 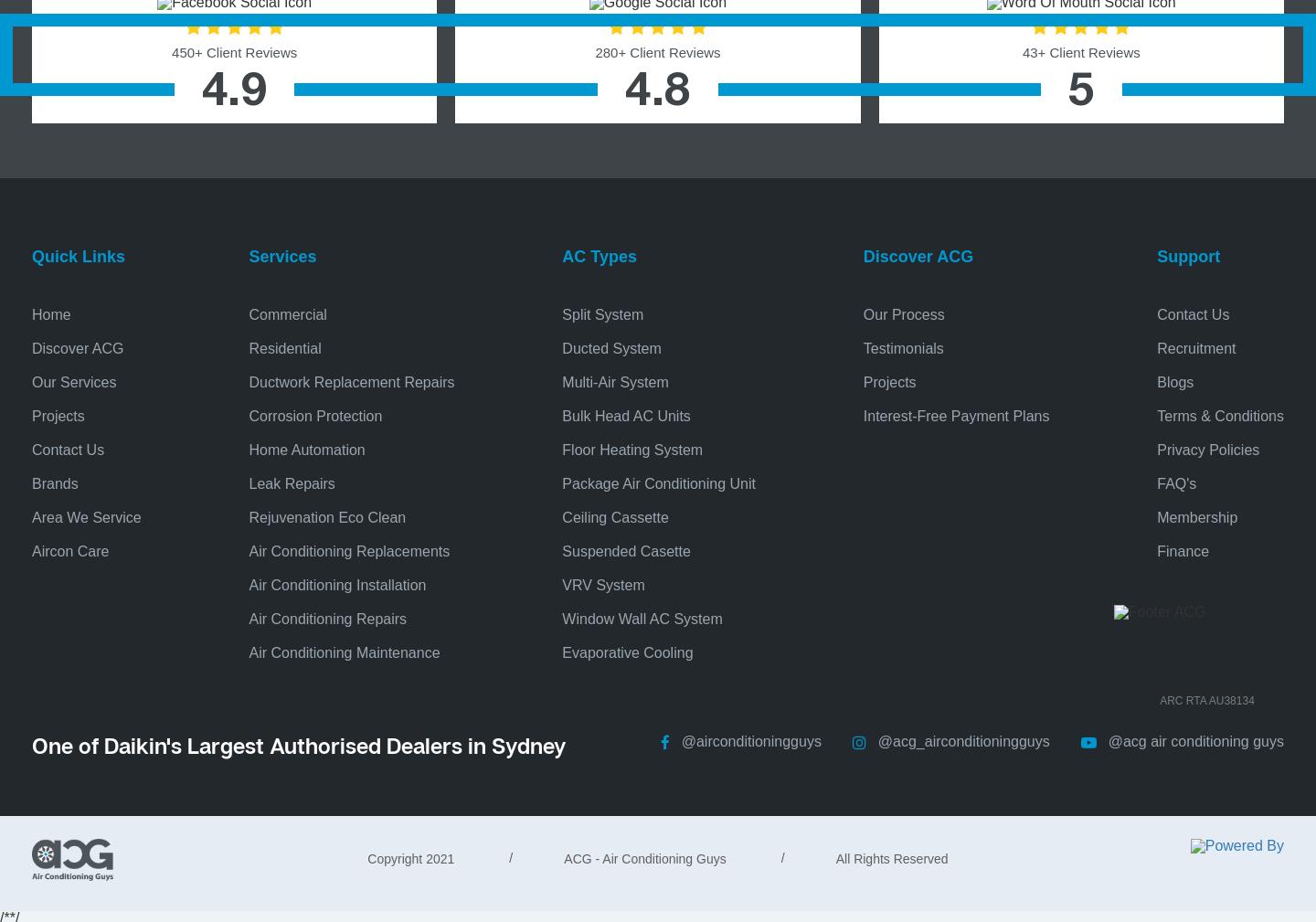 What do you see at coordinates (54, 482) in the screenshot?
I see `'Brands'` at bounding box center [54, 482].